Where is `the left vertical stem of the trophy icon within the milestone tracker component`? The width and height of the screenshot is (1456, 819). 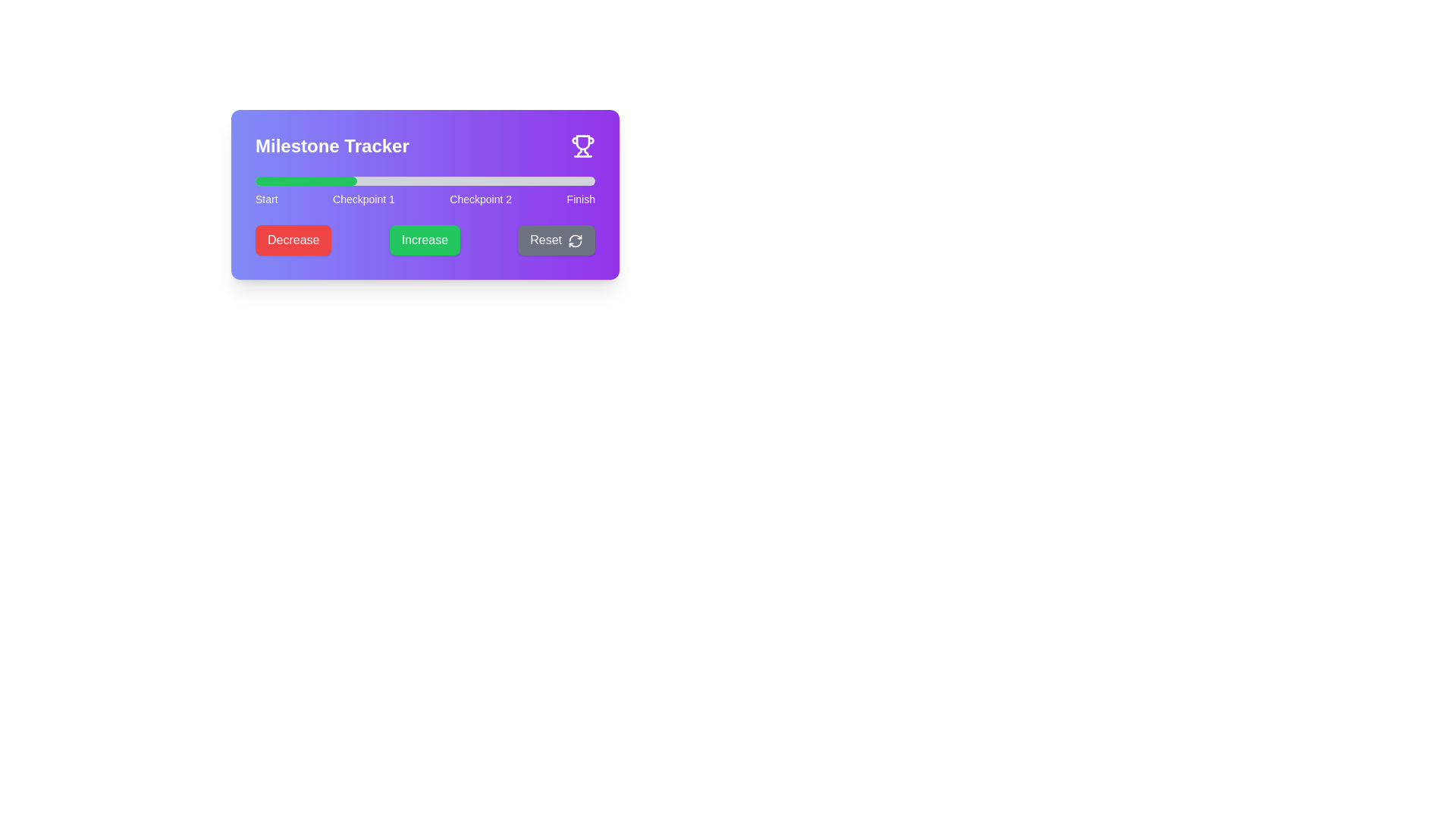 the left vertical stem of the trophy icon within the milestone tracker component is located at coordinates (579, 152).